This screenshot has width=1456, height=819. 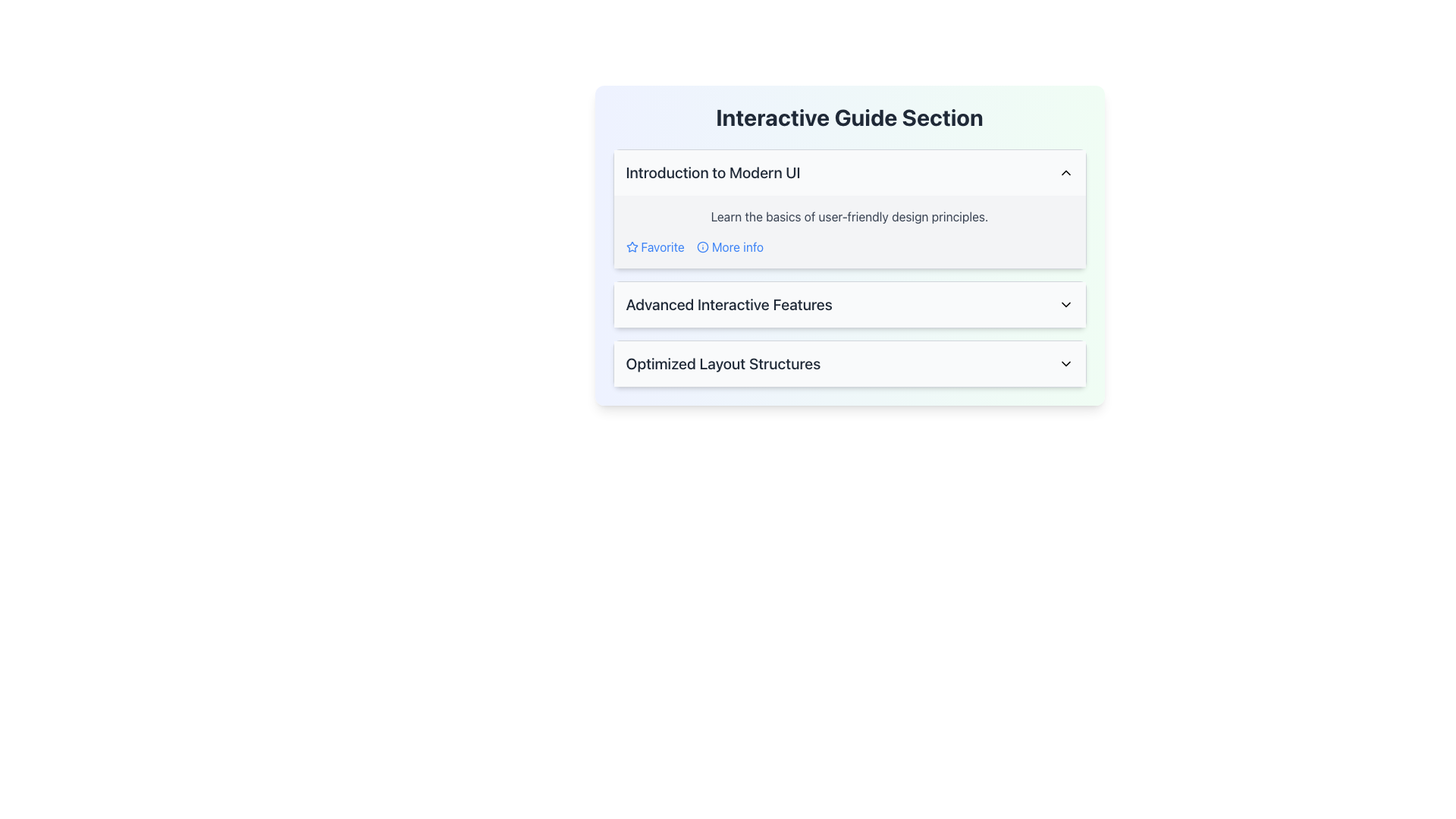 I want to click on the text label that says 'Introduction to Modern UI', which is styled with a larger bold font in dark gray color, located at the top left of the interface, representing an interactive section header, so click(x=712, y=171).